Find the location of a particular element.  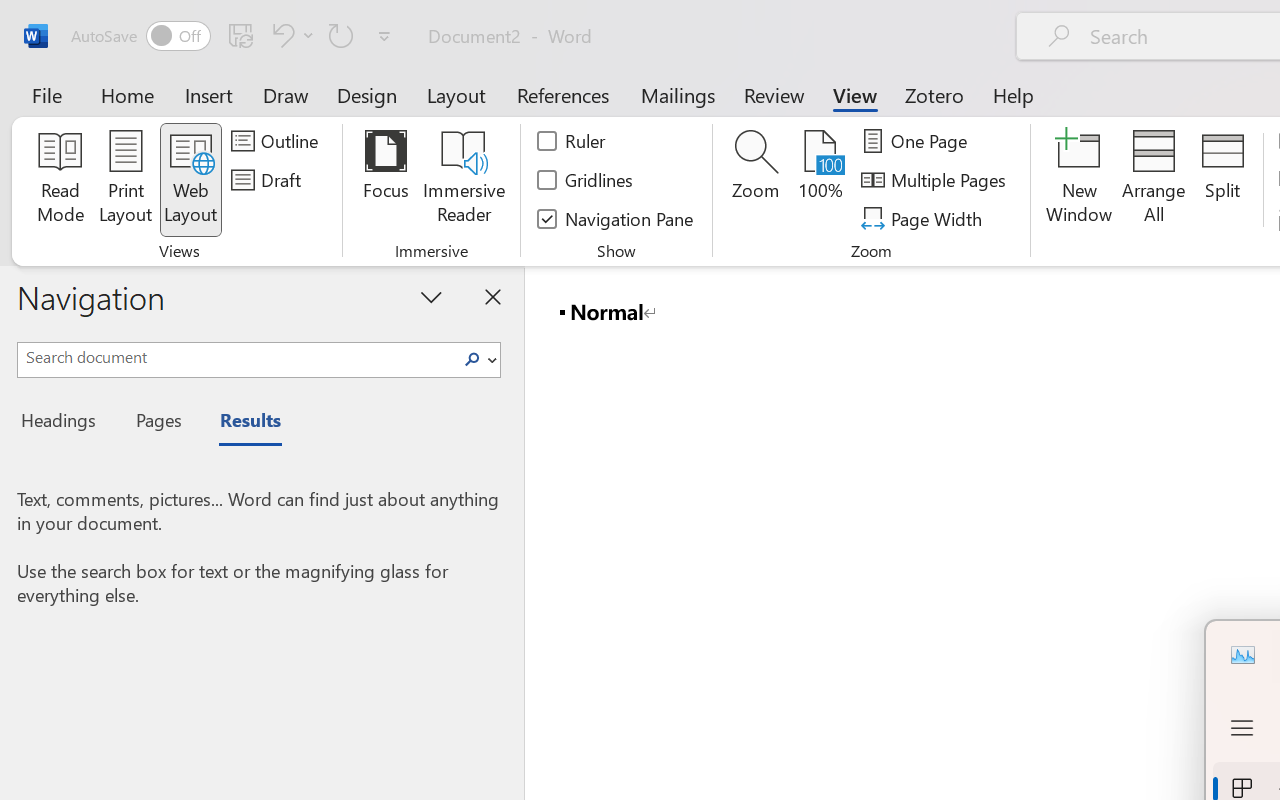

'Insert' is located at coordinates (209, 94).